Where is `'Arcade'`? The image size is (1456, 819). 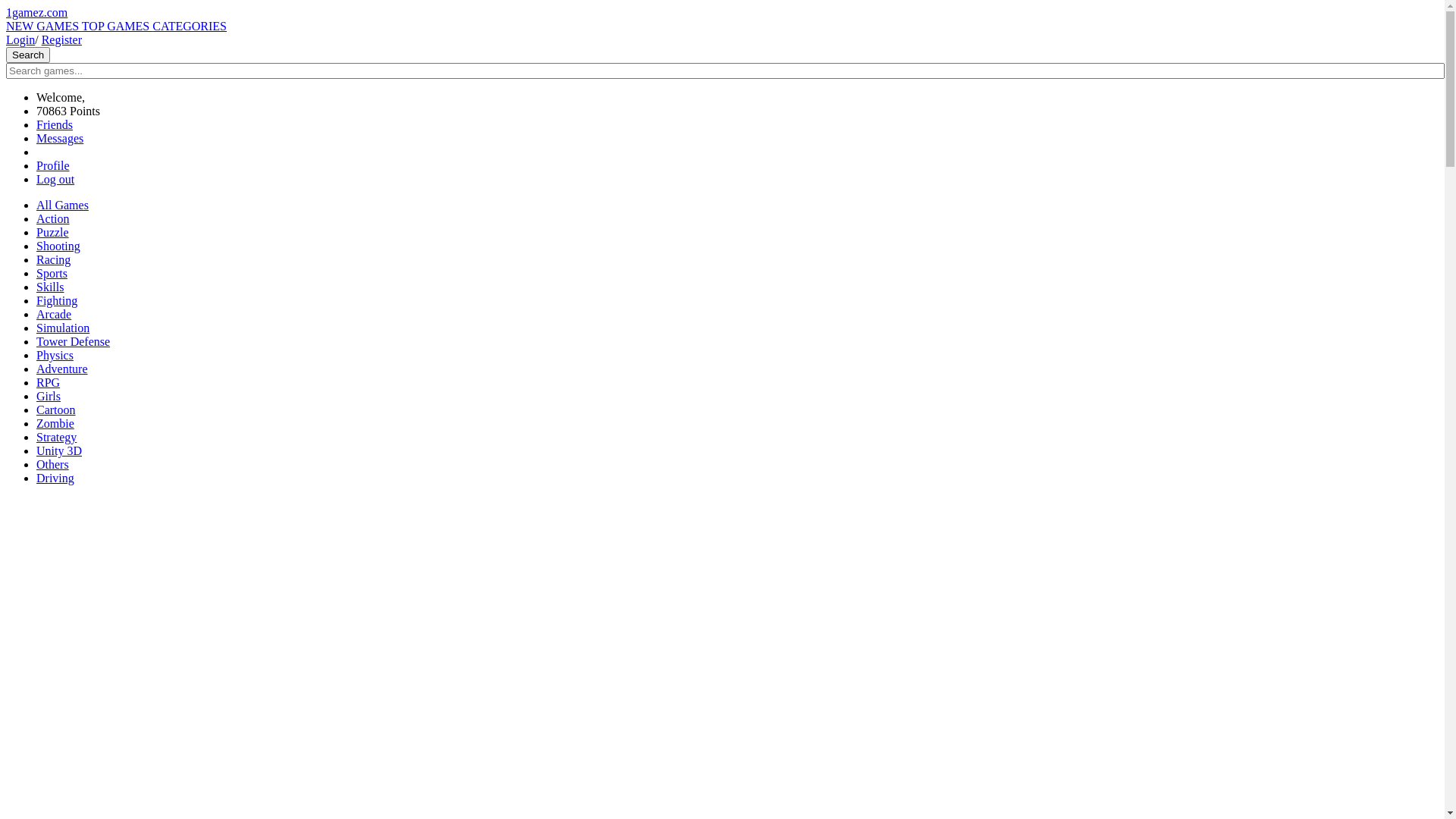 'Arcade' is located at coordinates (54, 313).